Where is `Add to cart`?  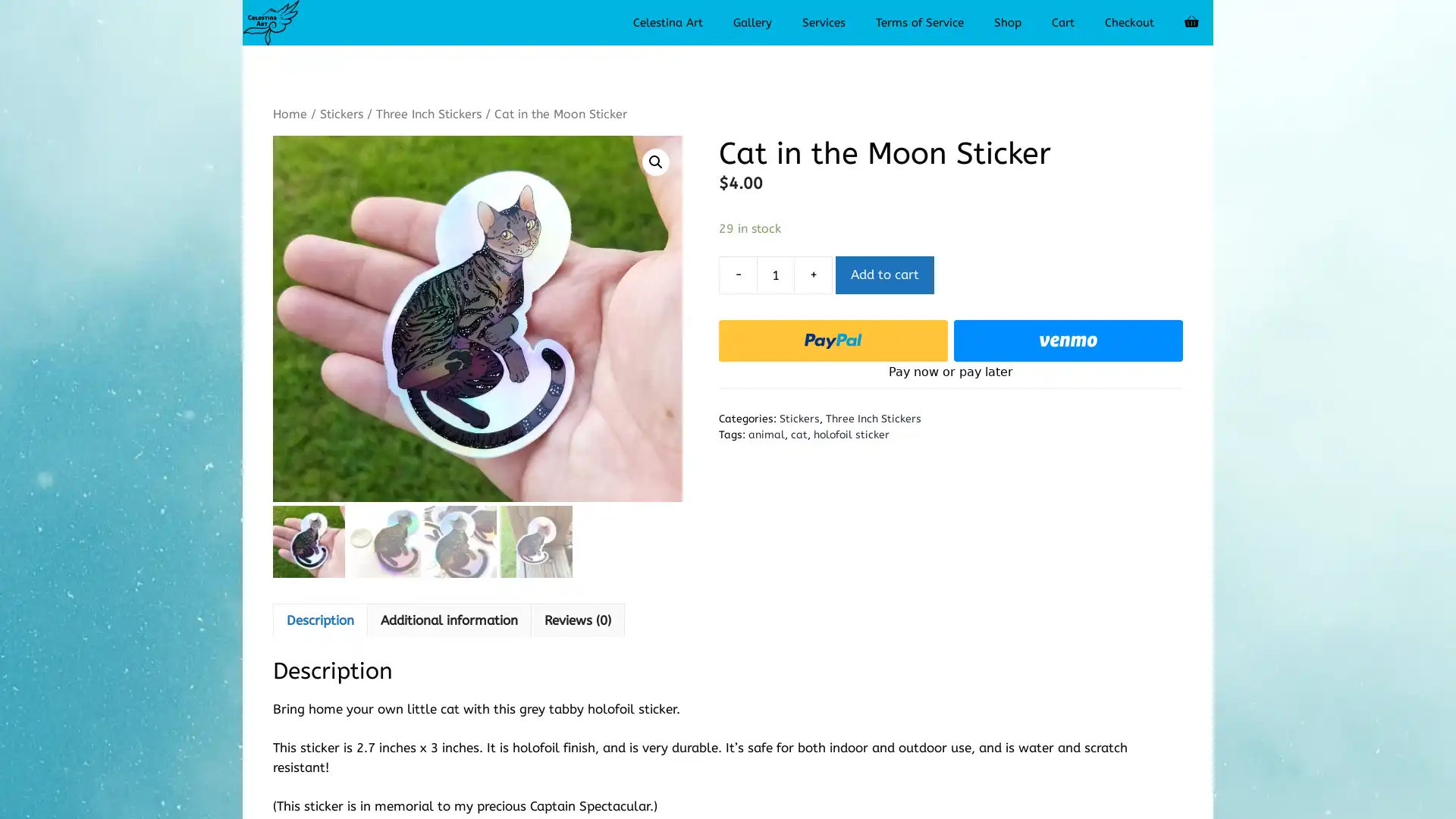
Add to cart is located at coordinates (884, 275).